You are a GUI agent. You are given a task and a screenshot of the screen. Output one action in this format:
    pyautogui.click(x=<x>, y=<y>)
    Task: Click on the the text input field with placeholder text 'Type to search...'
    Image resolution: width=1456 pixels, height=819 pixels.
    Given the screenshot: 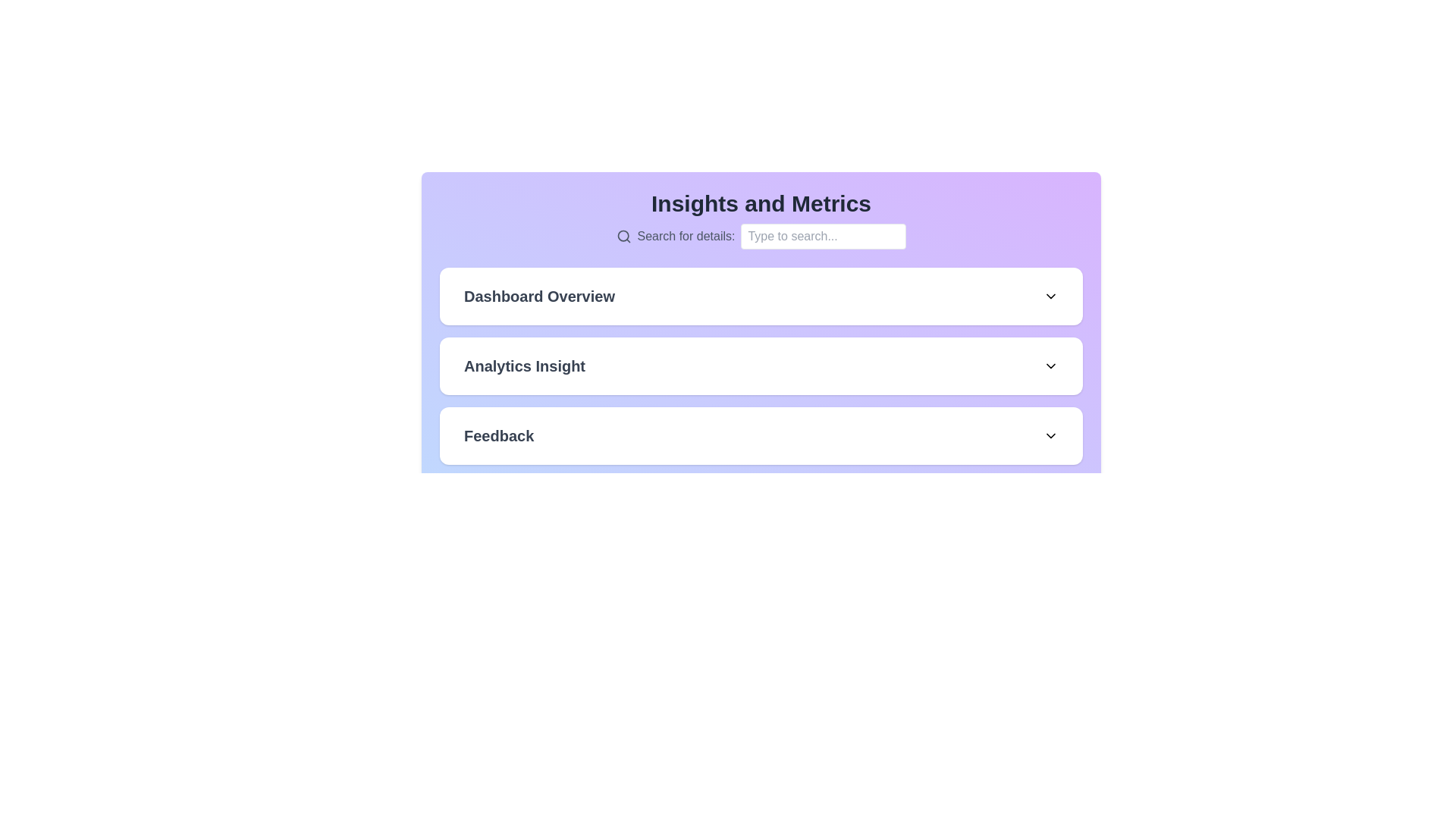 What is the action you would take?
    pyautogui.click(x=823, y=237)
    